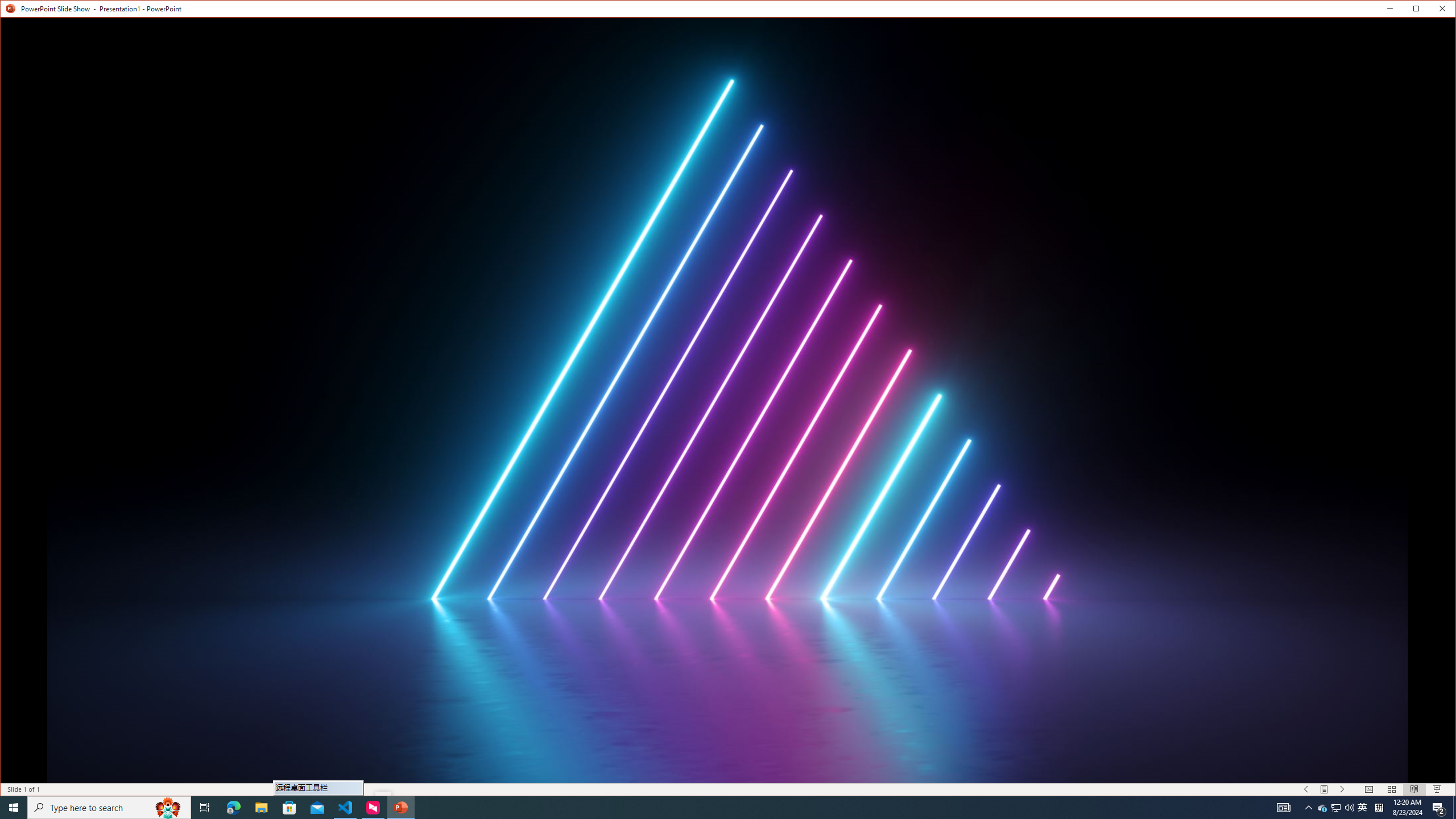 Image resolution: width=1456 pixels, height=819 pixels. I want to click on 'Menu On', so click(1324, 789).